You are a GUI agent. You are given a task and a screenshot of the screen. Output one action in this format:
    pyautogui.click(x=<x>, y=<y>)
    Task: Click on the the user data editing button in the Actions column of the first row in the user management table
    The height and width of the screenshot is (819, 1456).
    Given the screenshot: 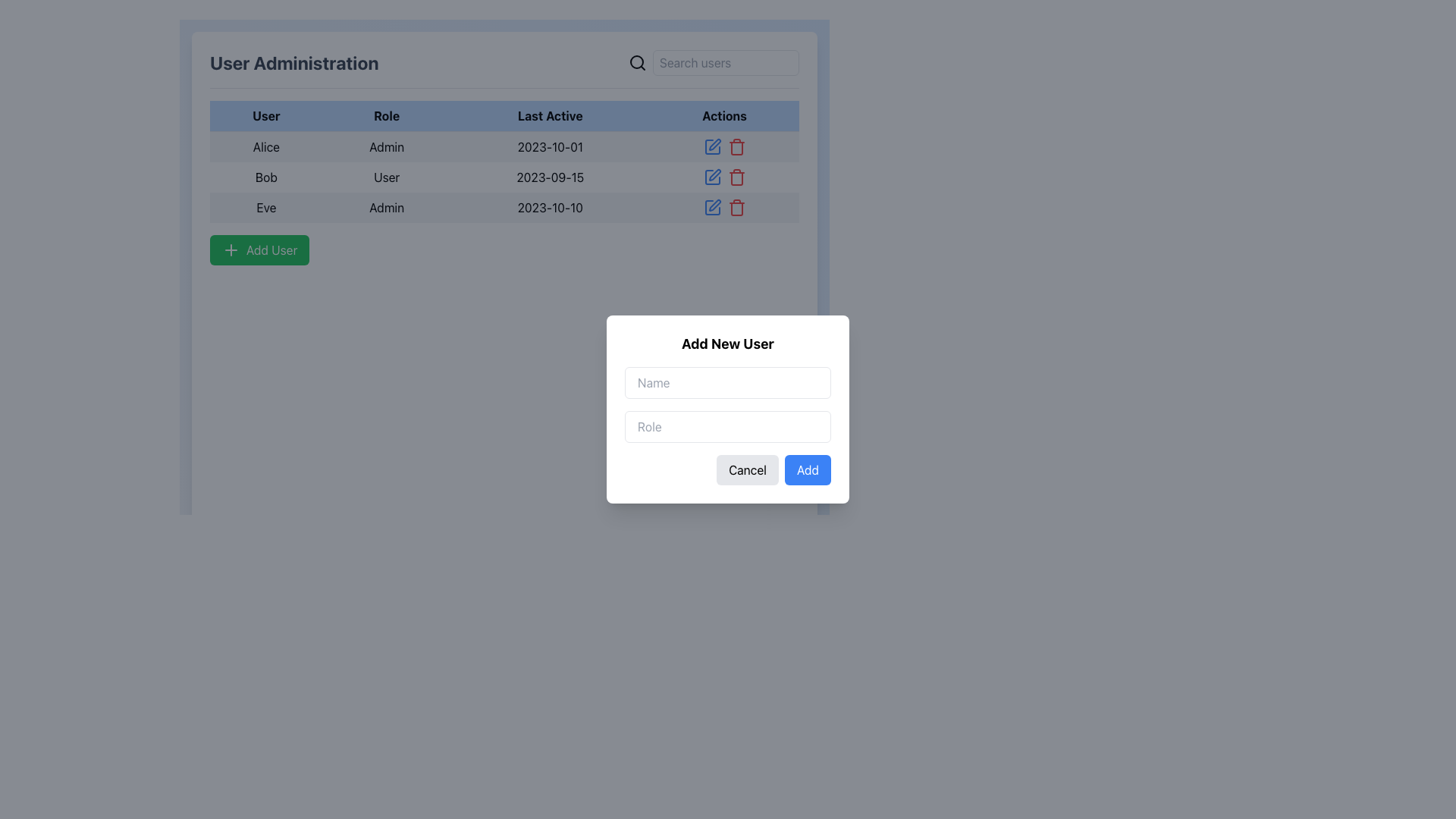 What is the action you would take?
    pyautogui.click(x=711, y=146)
    